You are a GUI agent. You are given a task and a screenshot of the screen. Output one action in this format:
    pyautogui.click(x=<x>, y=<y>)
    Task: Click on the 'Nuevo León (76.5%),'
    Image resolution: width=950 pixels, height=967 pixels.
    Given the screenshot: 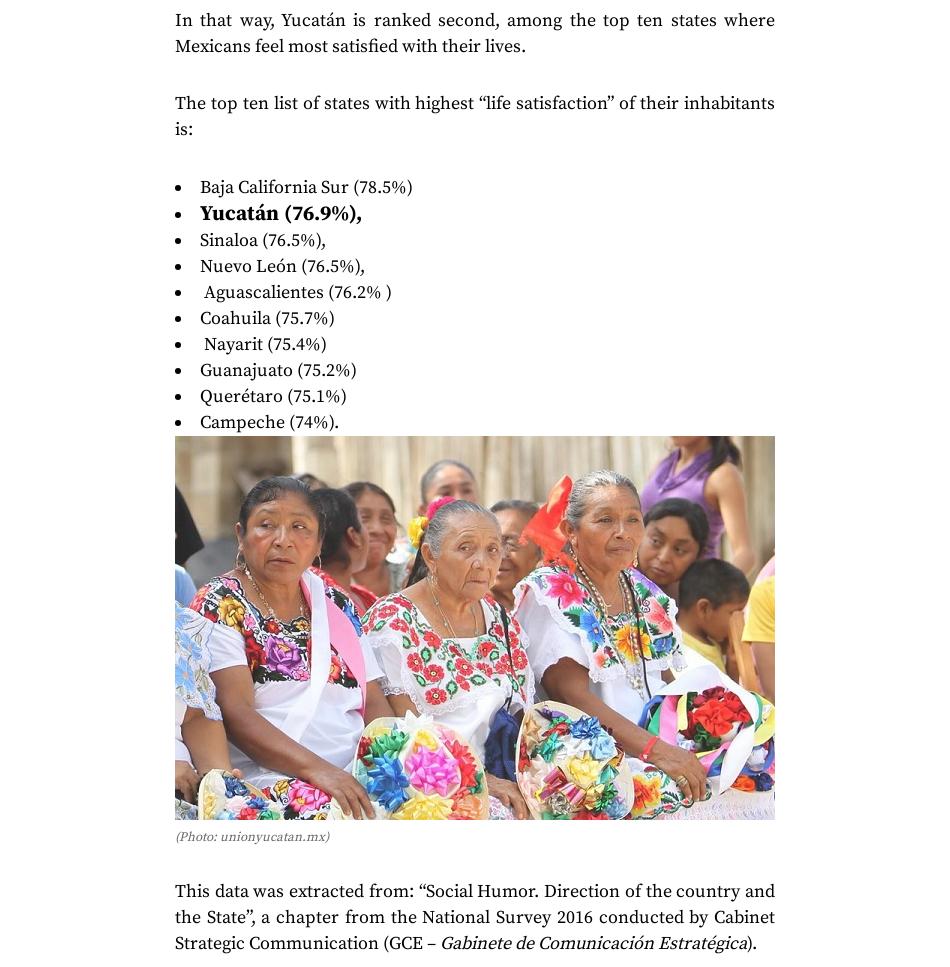 What is the action you would take?
    pyautogui.click(x=281, y=264)
    